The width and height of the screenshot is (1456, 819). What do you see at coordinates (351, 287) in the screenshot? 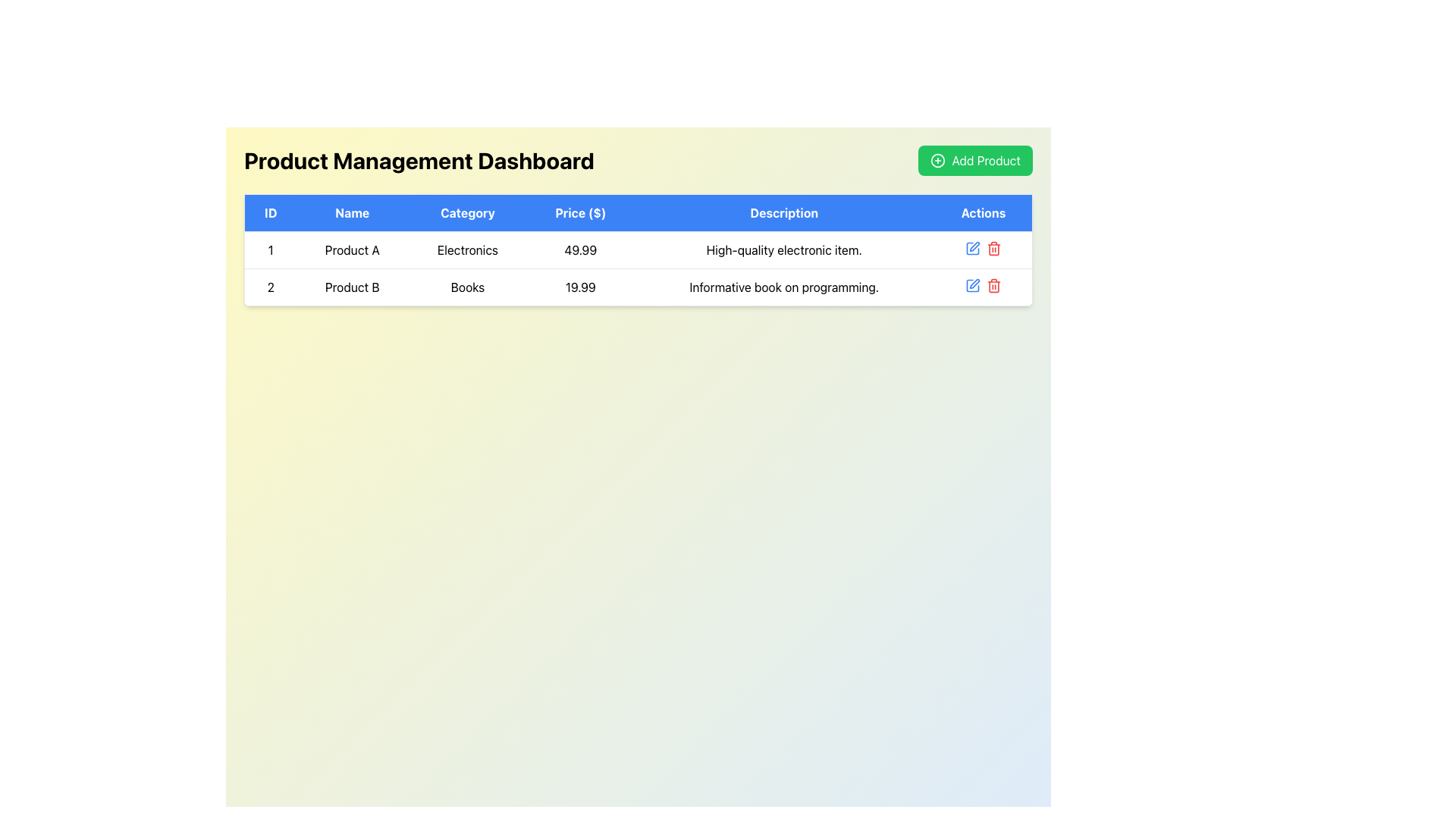
I see `text label for the product name located in the second row and second column of the table under the 'Name' header` at bounding box center [351, 287].